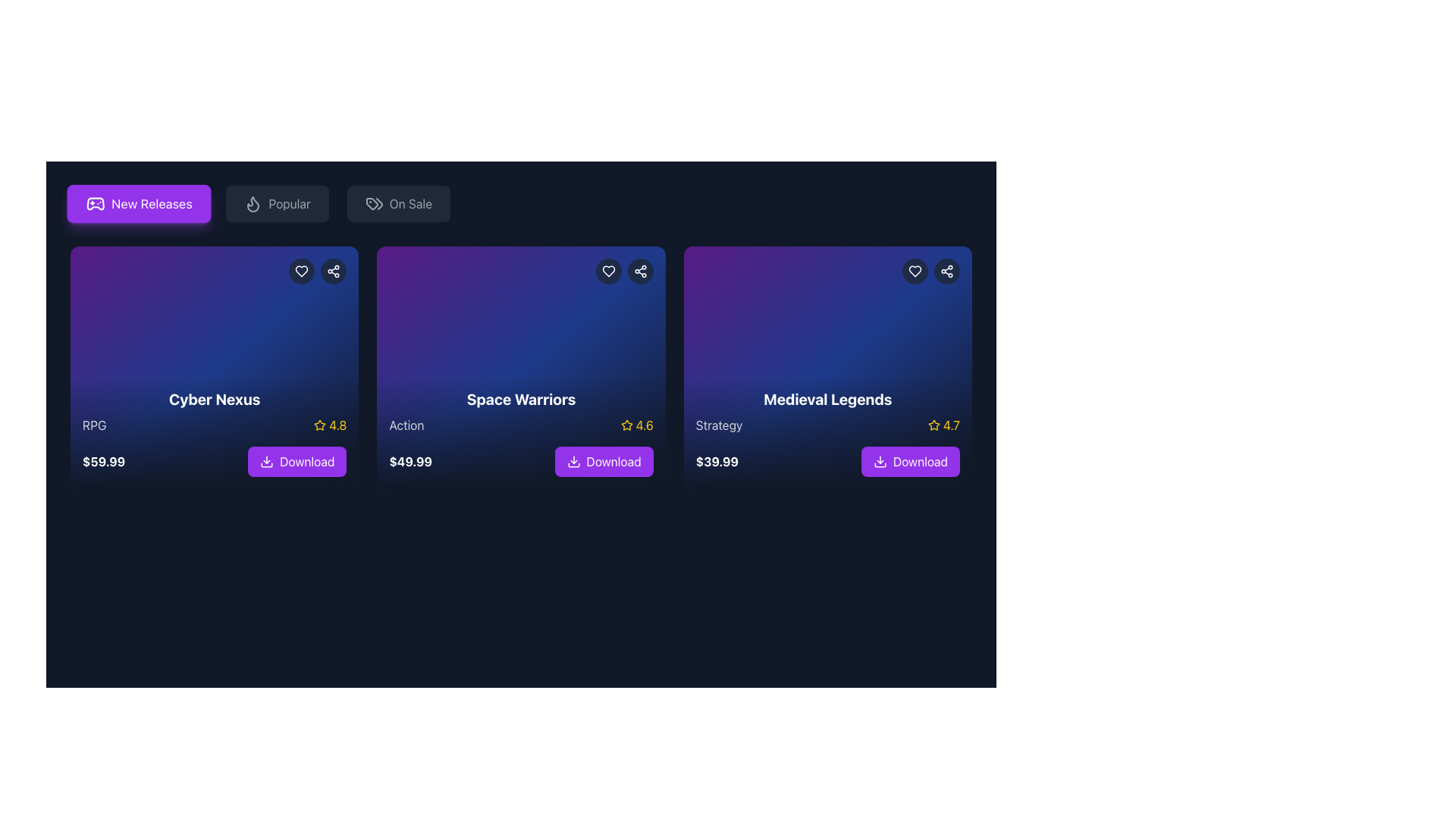 The height and width of the screenshot is (819, 1456). Describe the element at coordinates (943, 425) in the screenshot. I see `the Rating Display element, which consists of a yellow star icon followed by the text '4.7', located in the 'Medieval Legends' card near the title 'Strategy'` at that location.